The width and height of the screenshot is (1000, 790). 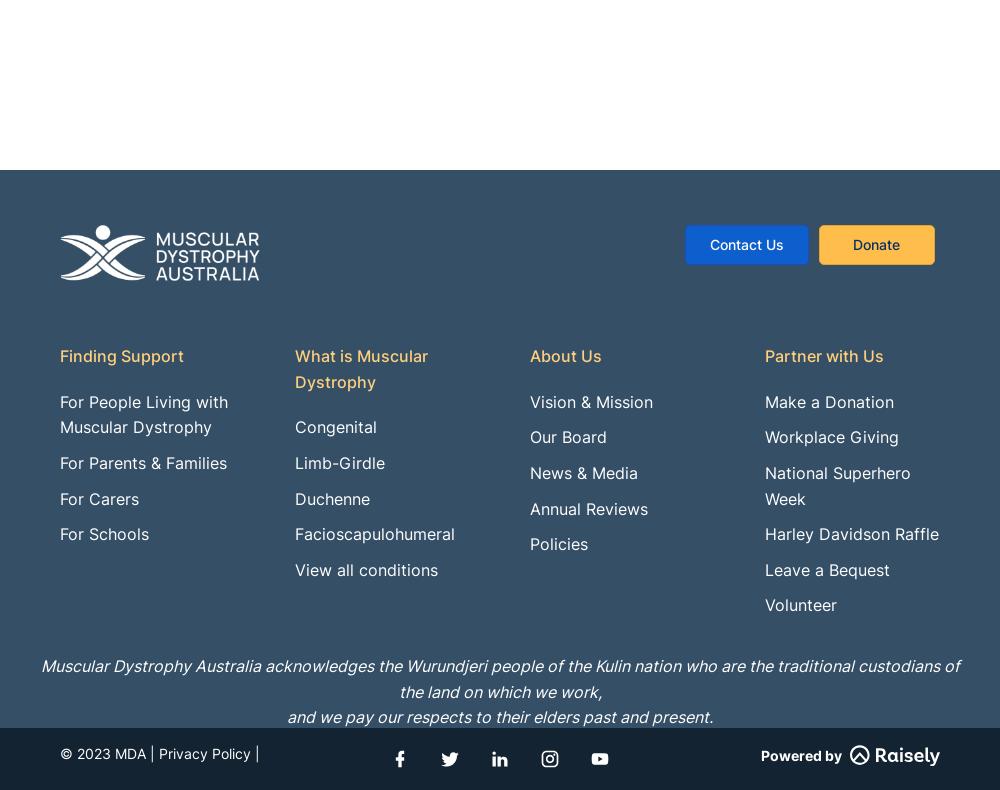 I want to click on 'Finding Support', so click(x=121, y=355).